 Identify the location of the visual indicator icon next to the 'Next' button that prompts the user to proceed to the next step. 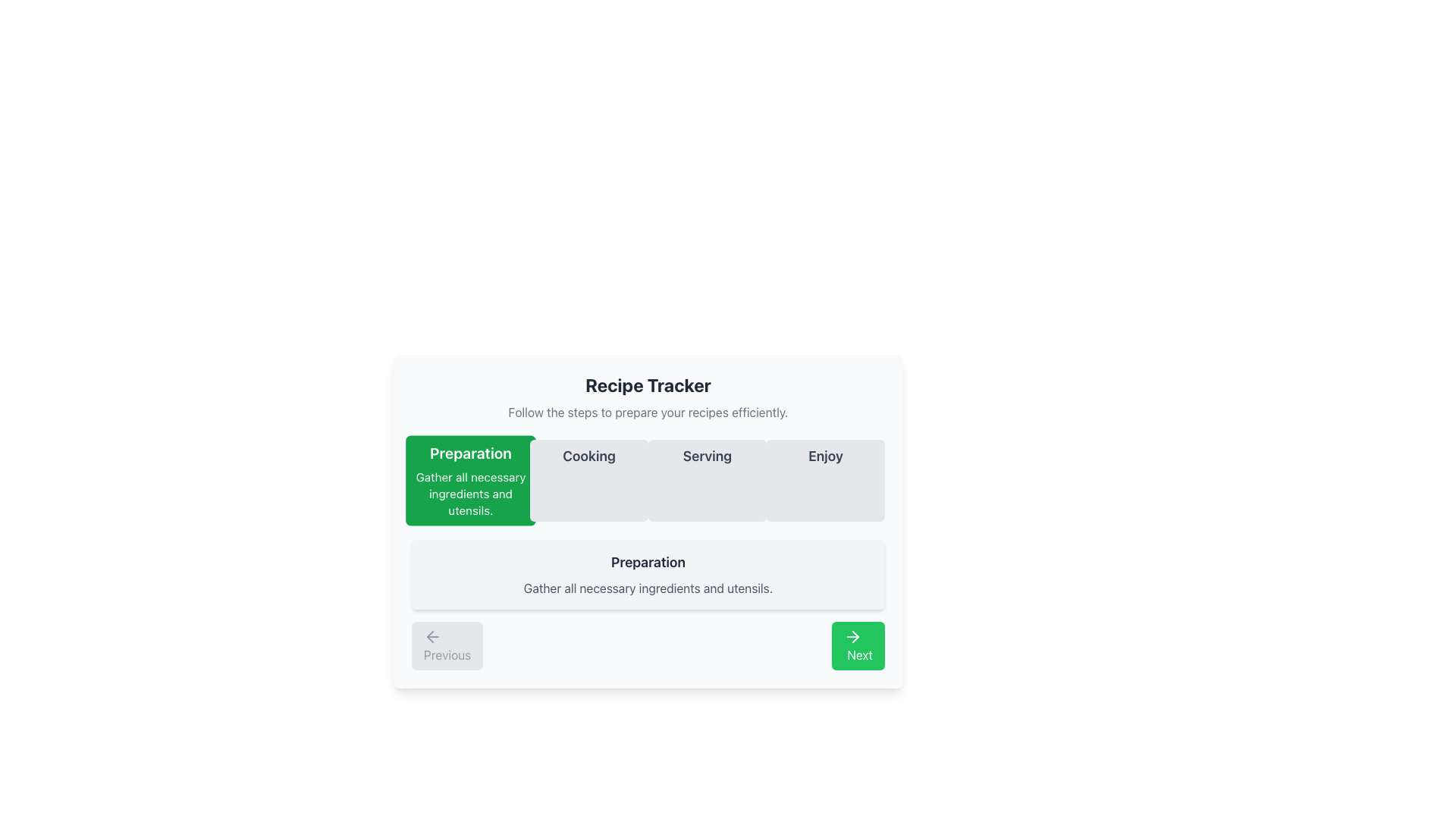
(855, 637).